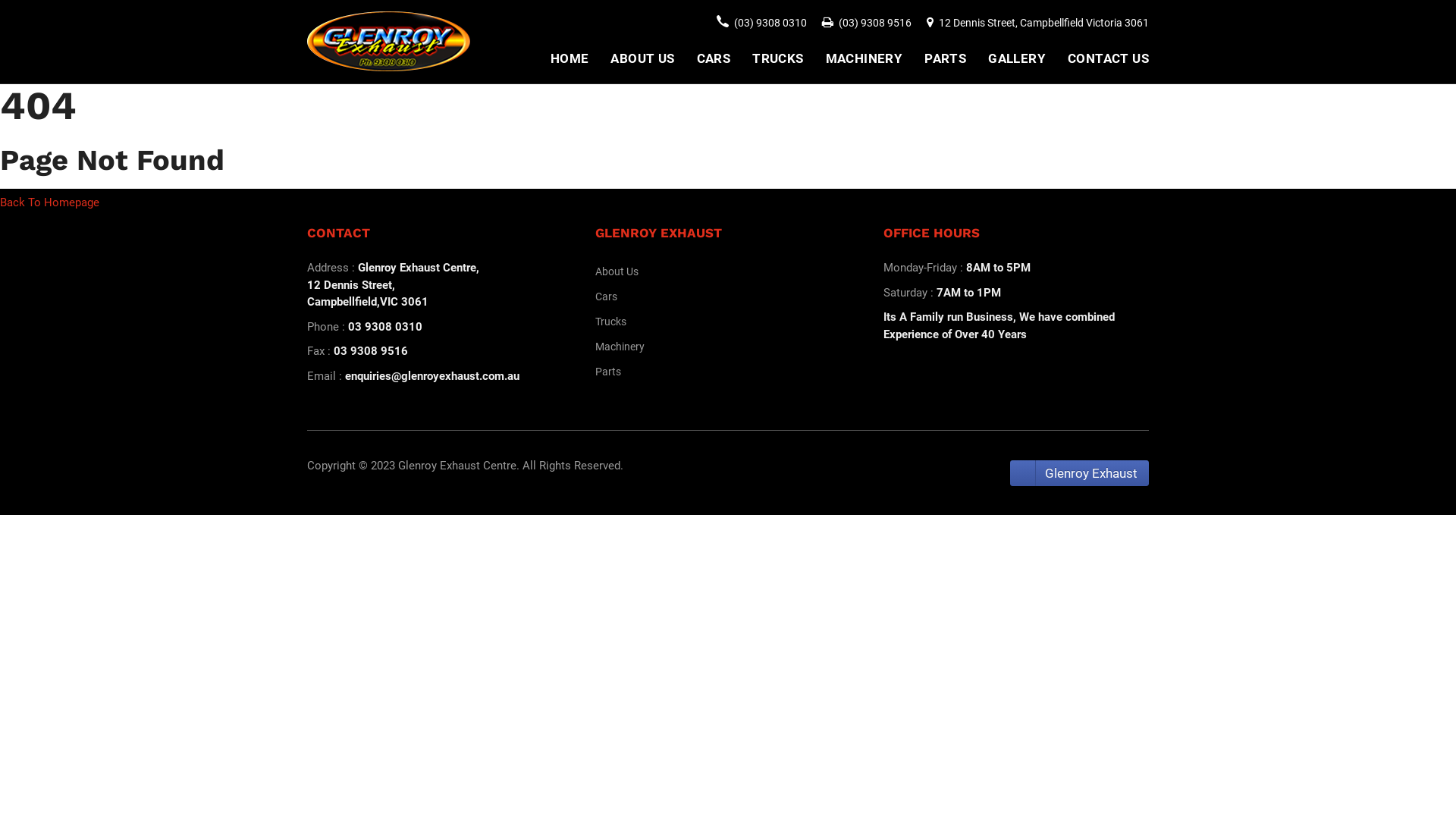 The image size is (1456, 819). Describe the element at coordinates (777, 58) in the screenshot. I see `'TRUCKS'` at that location.